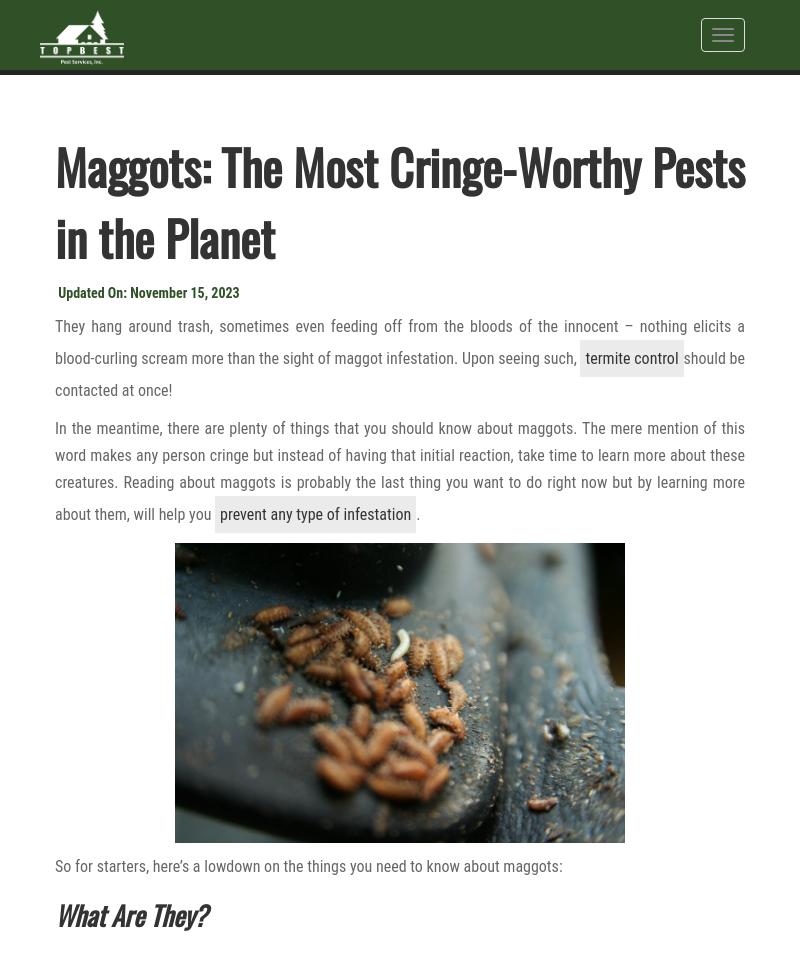 This screenshot has height=975, width=800. What do you see at coordinates (400, 341) in the screenshot?
I see `'They hang around trash, sometimes even feeding off from the bloods of the innocent – nothing elicits a blood-curling scream more than the sight of maggot infestation. Upon seeing such,'` at bounding box center [400, 341].